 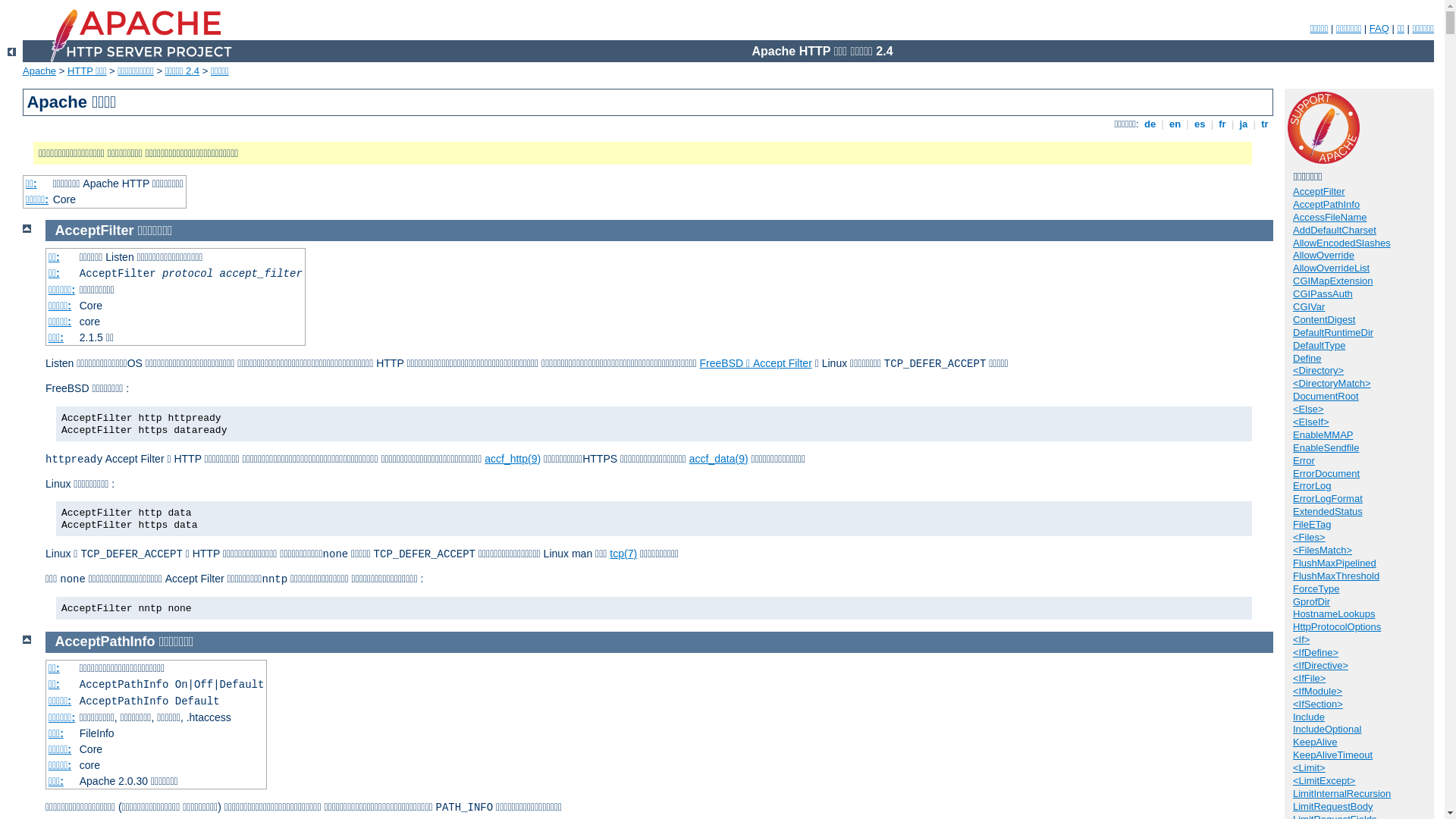 What do you see at coordinates (1310, 422) in the screenshot?
I see `'<ElseIf>'` at bounding box center [1310, 422].